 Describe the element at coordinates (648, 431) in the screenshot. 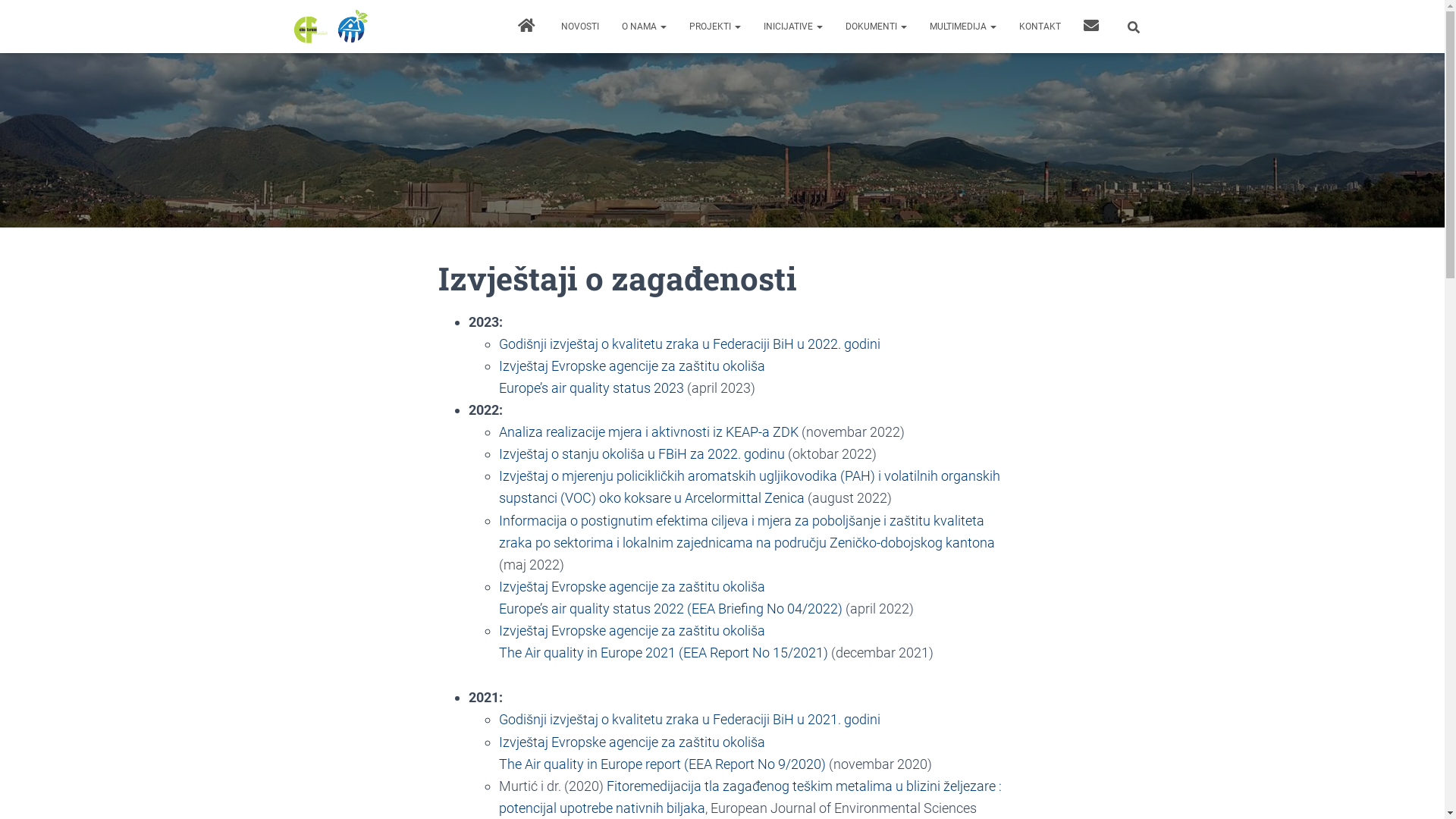

I see `'Analiza realizacije mjera i aktivnosti iz KEAP-a ZDK'` at that location.